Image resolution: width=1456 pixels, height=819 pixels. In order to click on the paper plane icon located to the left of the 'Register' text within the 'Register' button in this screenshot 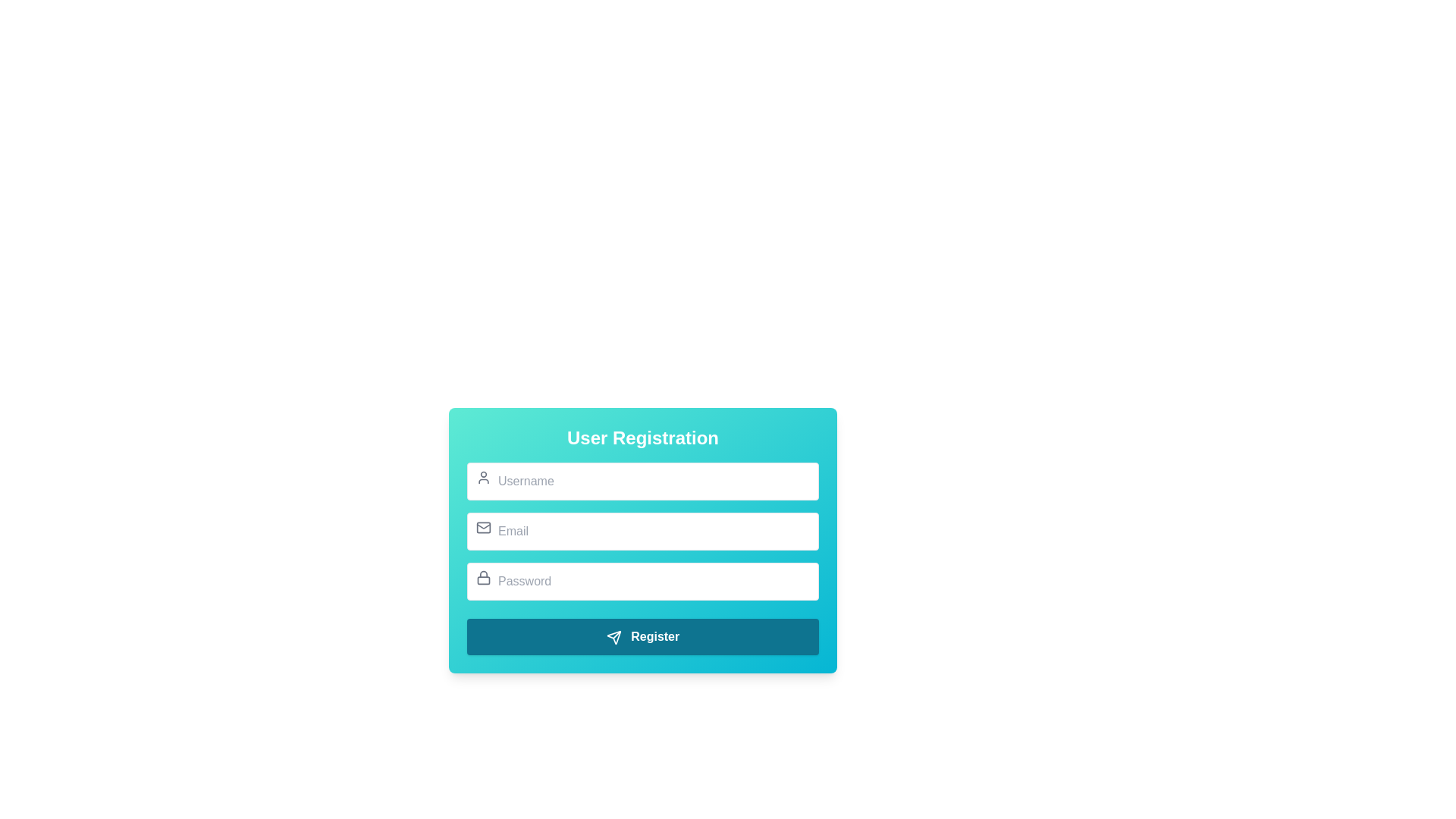, I will do `click(613, 637)`.